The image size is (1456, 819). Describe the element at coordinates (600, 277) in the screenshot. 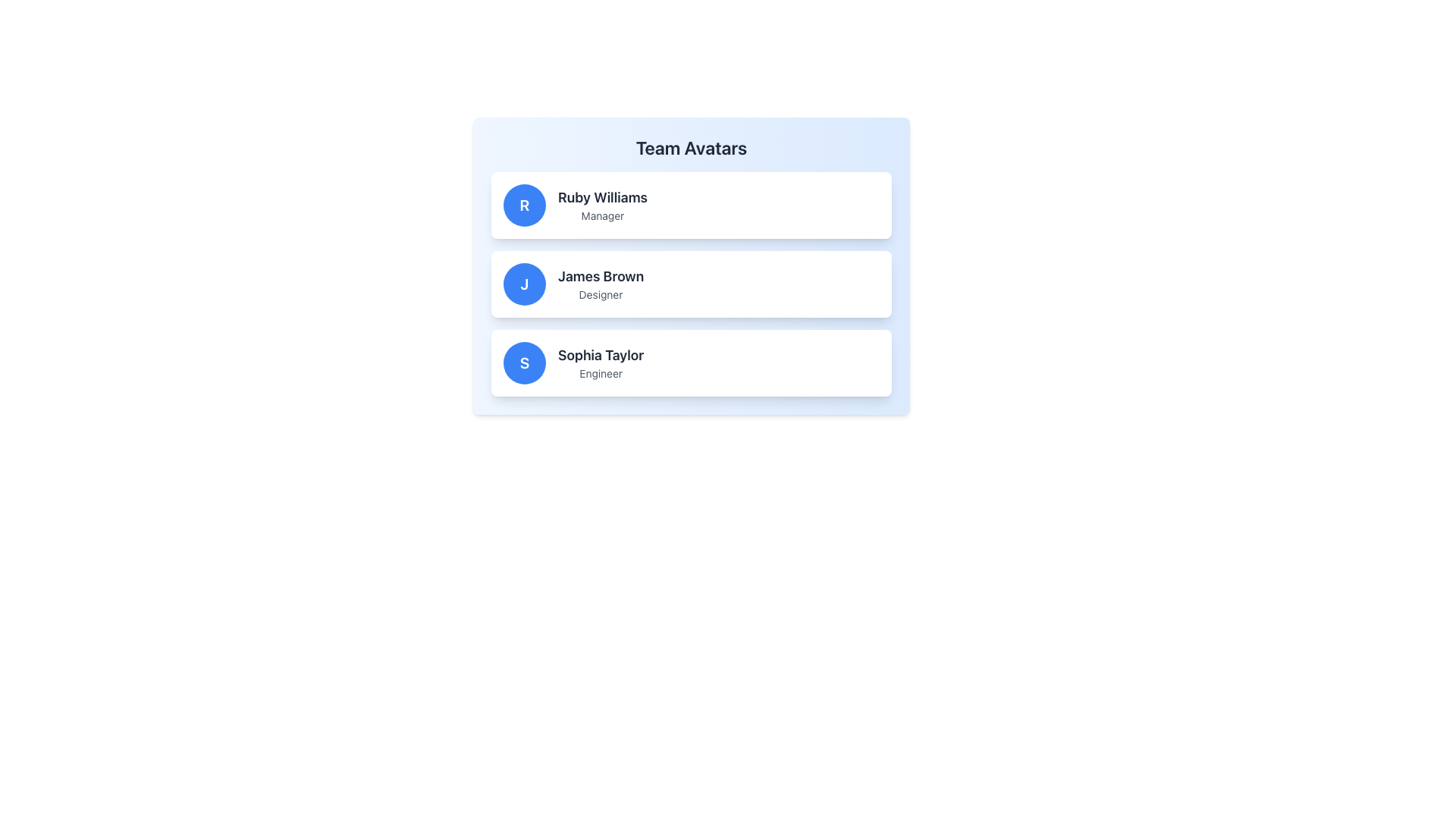

I see `the text label that indicates the name of an individual within the second card of a vertical list of three, which serves as a primary title for a team member` at that location.